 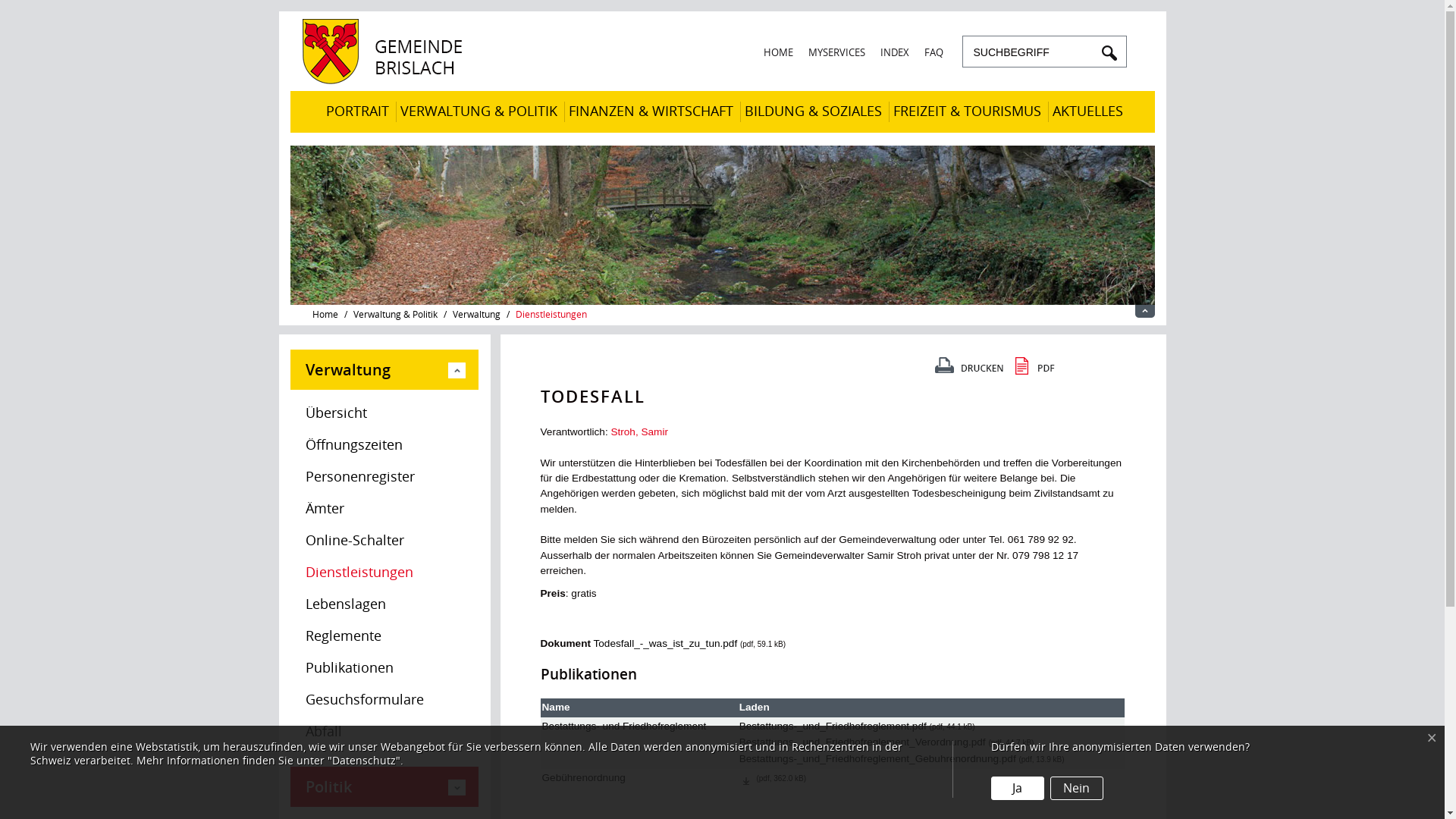 I want to click on 'Bestattungs- und Friedhofreglement', so click(x=623, y=725).